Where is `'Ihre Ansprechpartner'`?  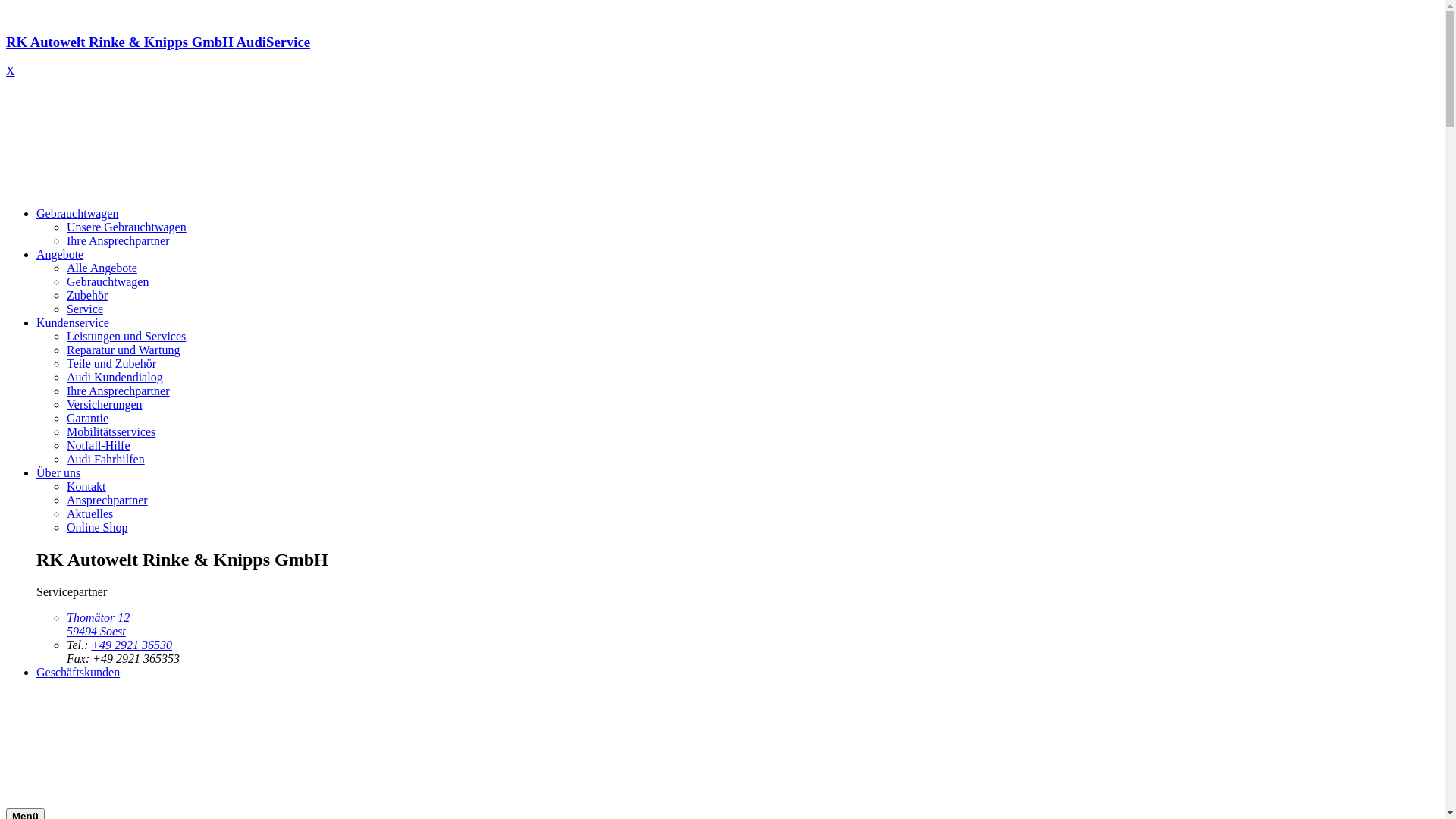 'Ihre Ansprechpartner' is located at coordinates (118, 240).